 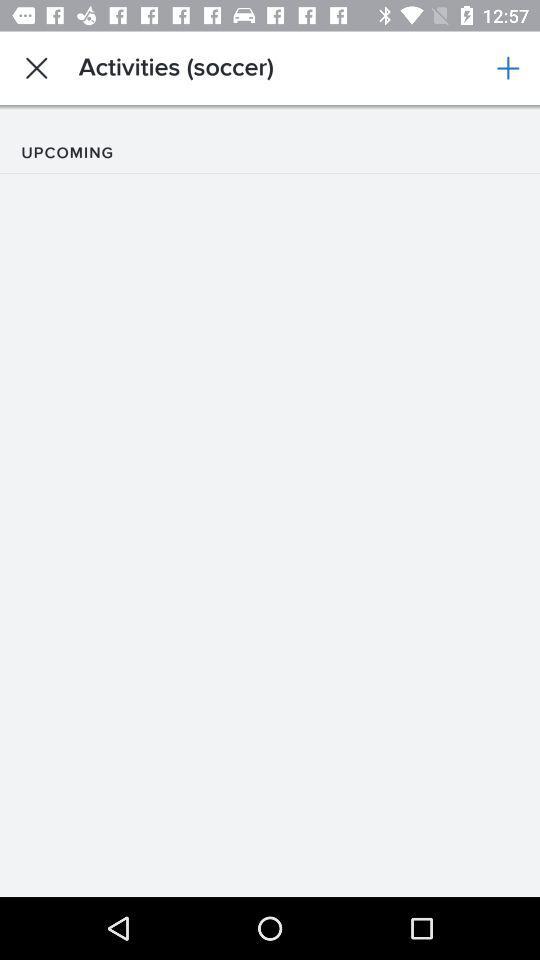 I want to click on the icon next to the activities (soccer) app, so click(x=36, y=68).